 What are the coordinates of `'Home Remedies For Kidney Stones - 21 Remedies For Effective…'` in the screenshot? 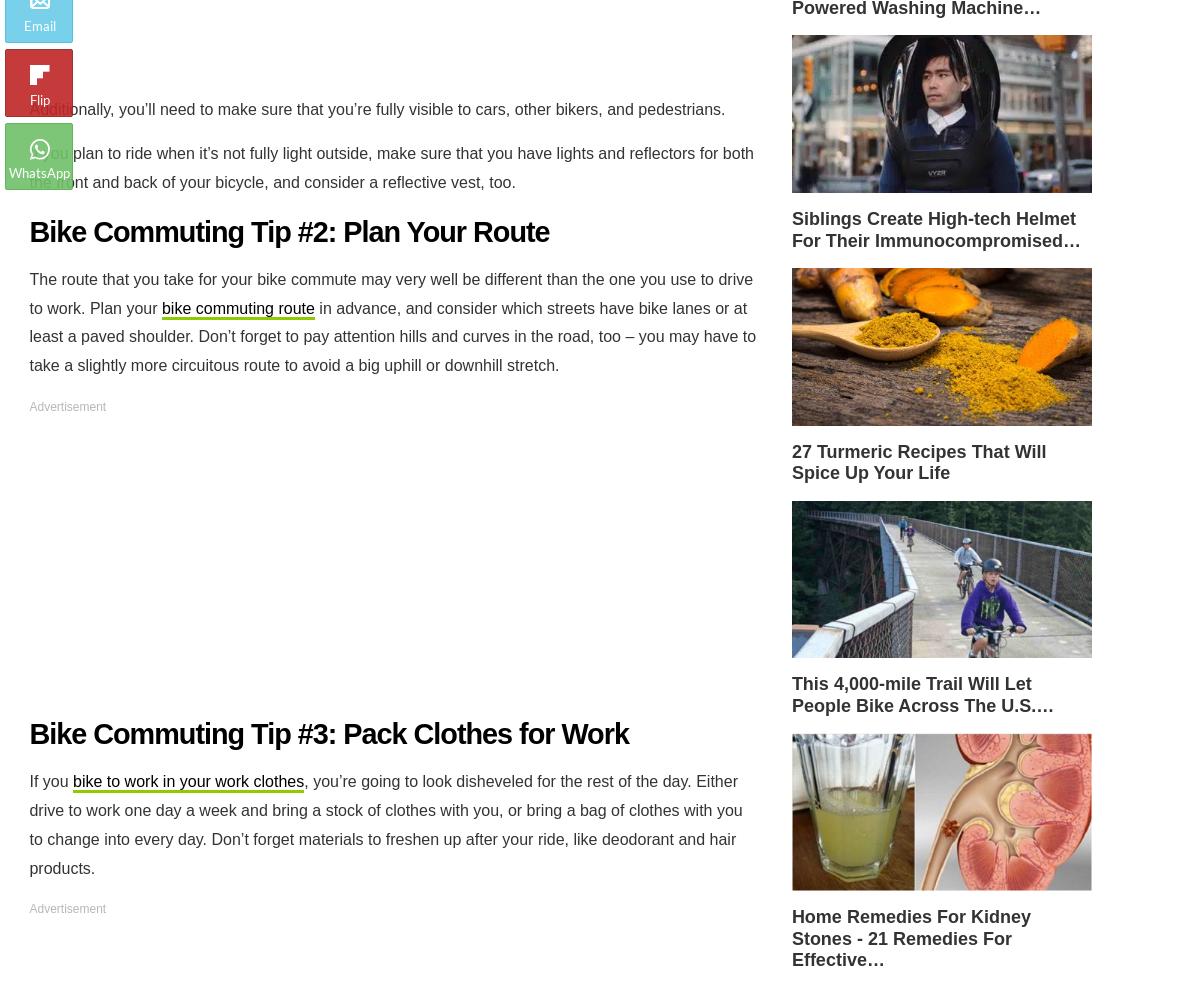 It's located at (790, 937).